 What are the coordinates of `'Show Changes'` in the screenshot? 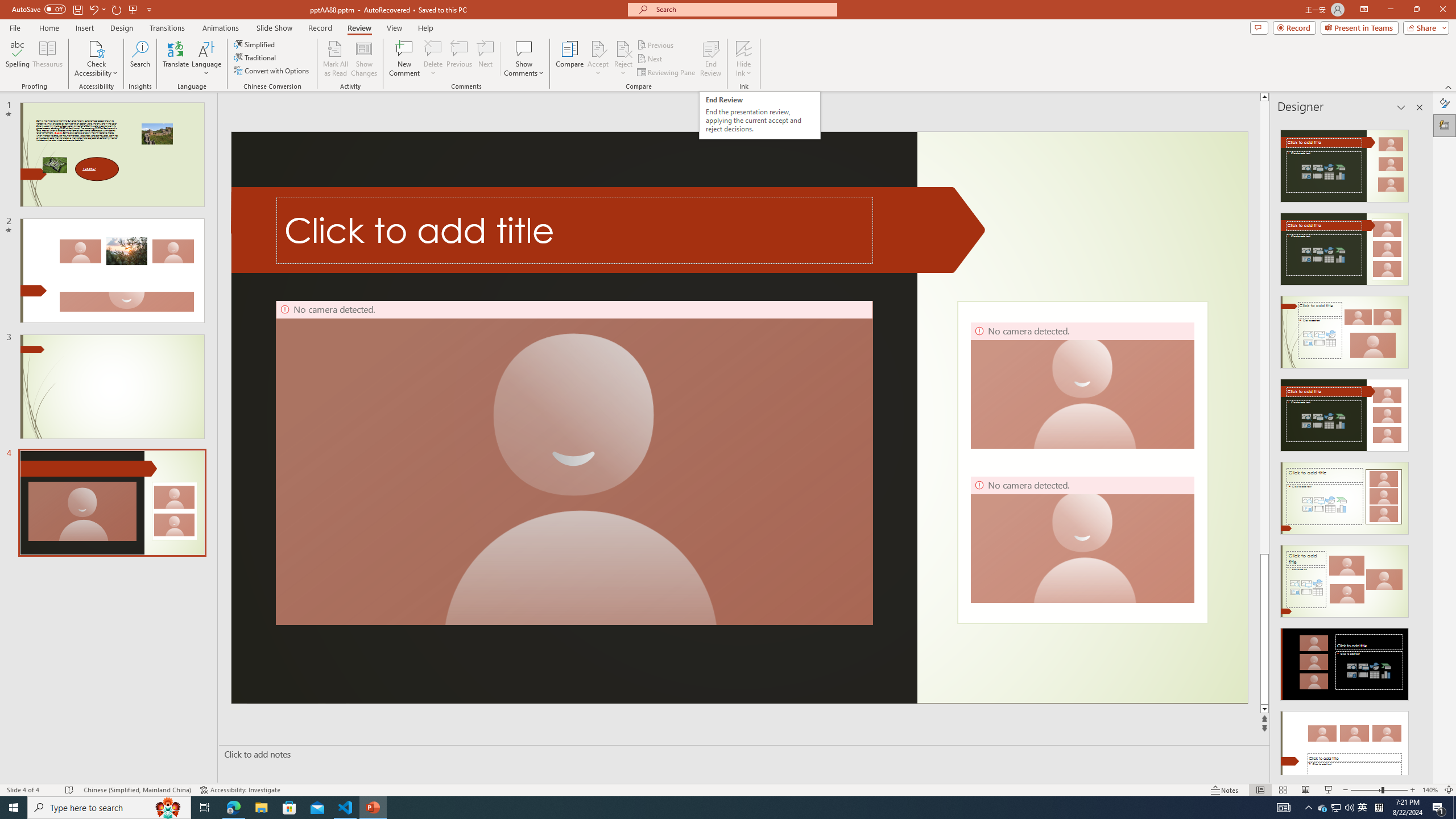 It's located at (364, 59).